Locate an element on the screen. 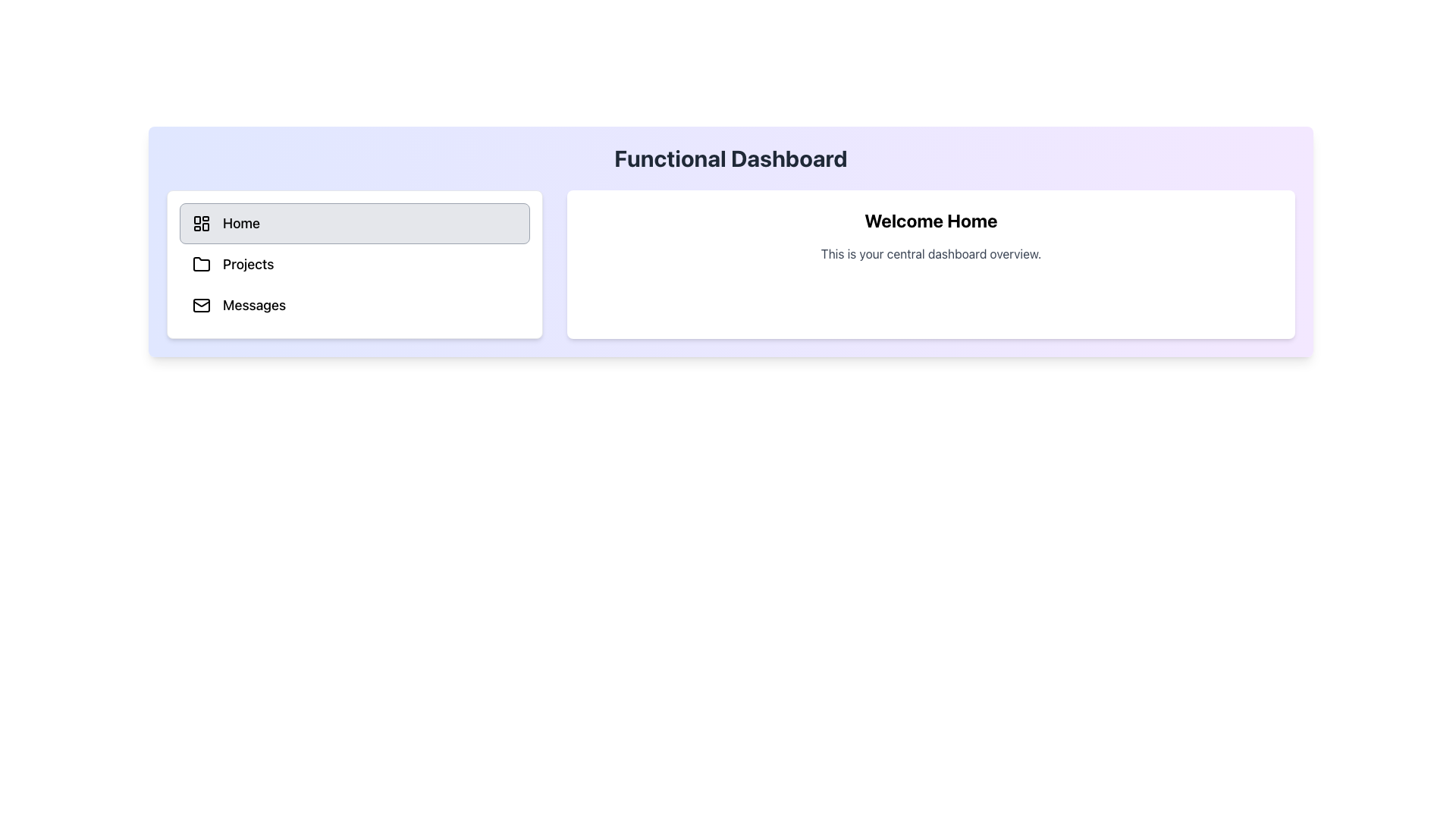  the 'Messages' button, which is the third button in the vertical list of options in the left navigation panel is located at coordinates (353, 305).